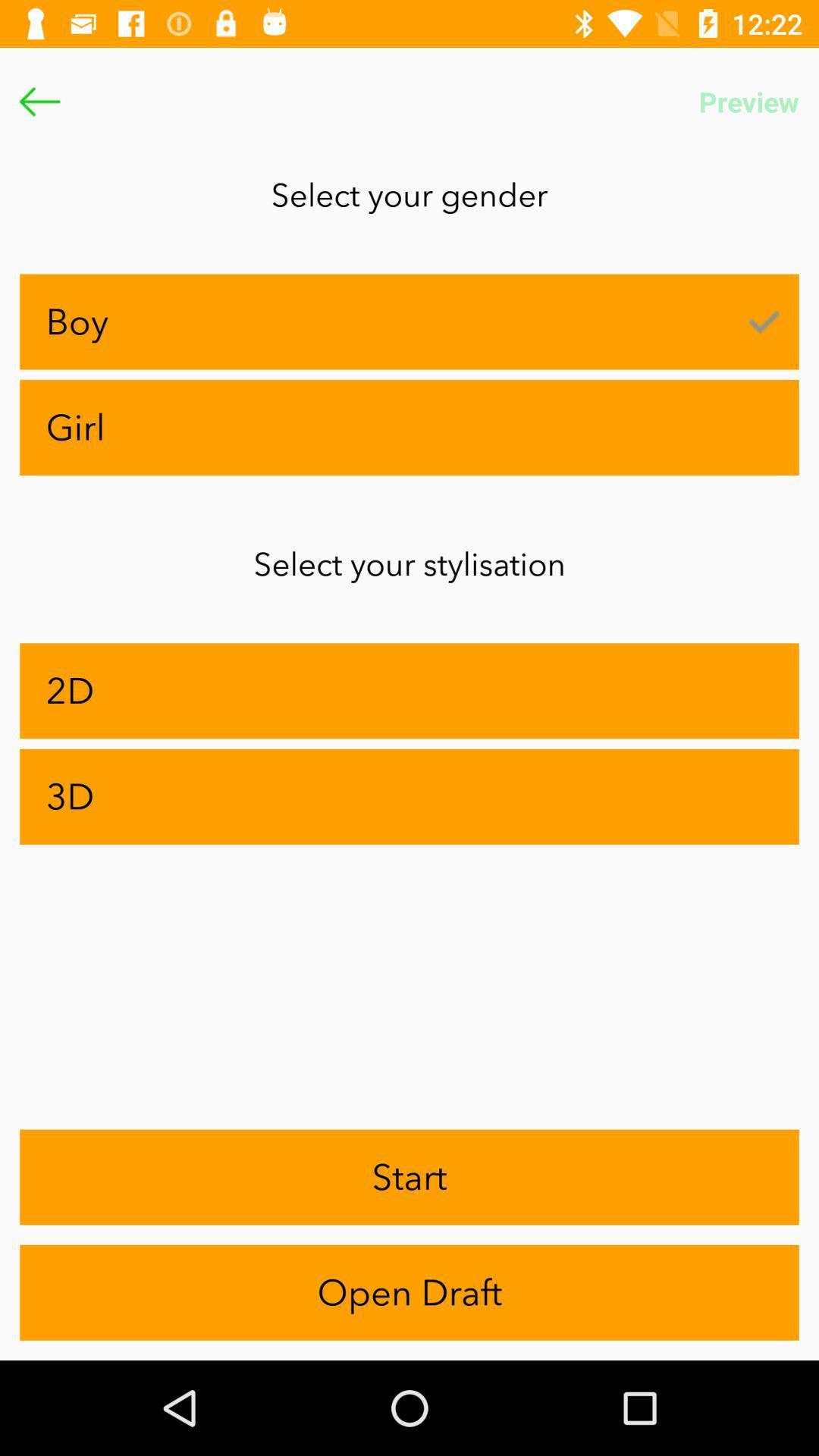 The width and height of the screenshot is (819, 1456). I want to click on open draft item, so click(409, 1291).